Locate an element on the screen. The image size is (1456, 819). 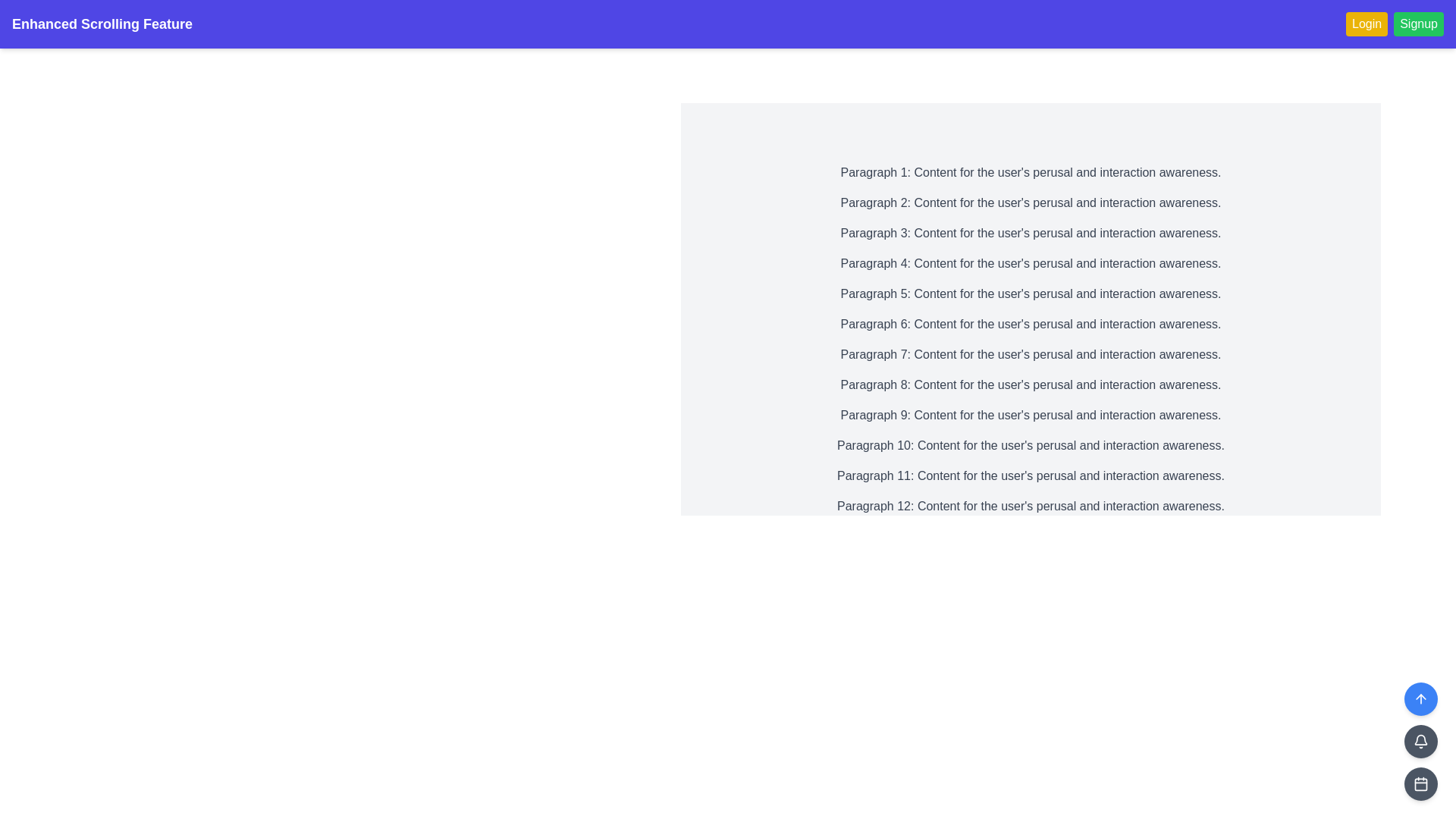
the third paragraph element which contains the text 'Paragraph 3: Content for the user's perusal and interaction awareness.' is located at coordinates (1031, 234).